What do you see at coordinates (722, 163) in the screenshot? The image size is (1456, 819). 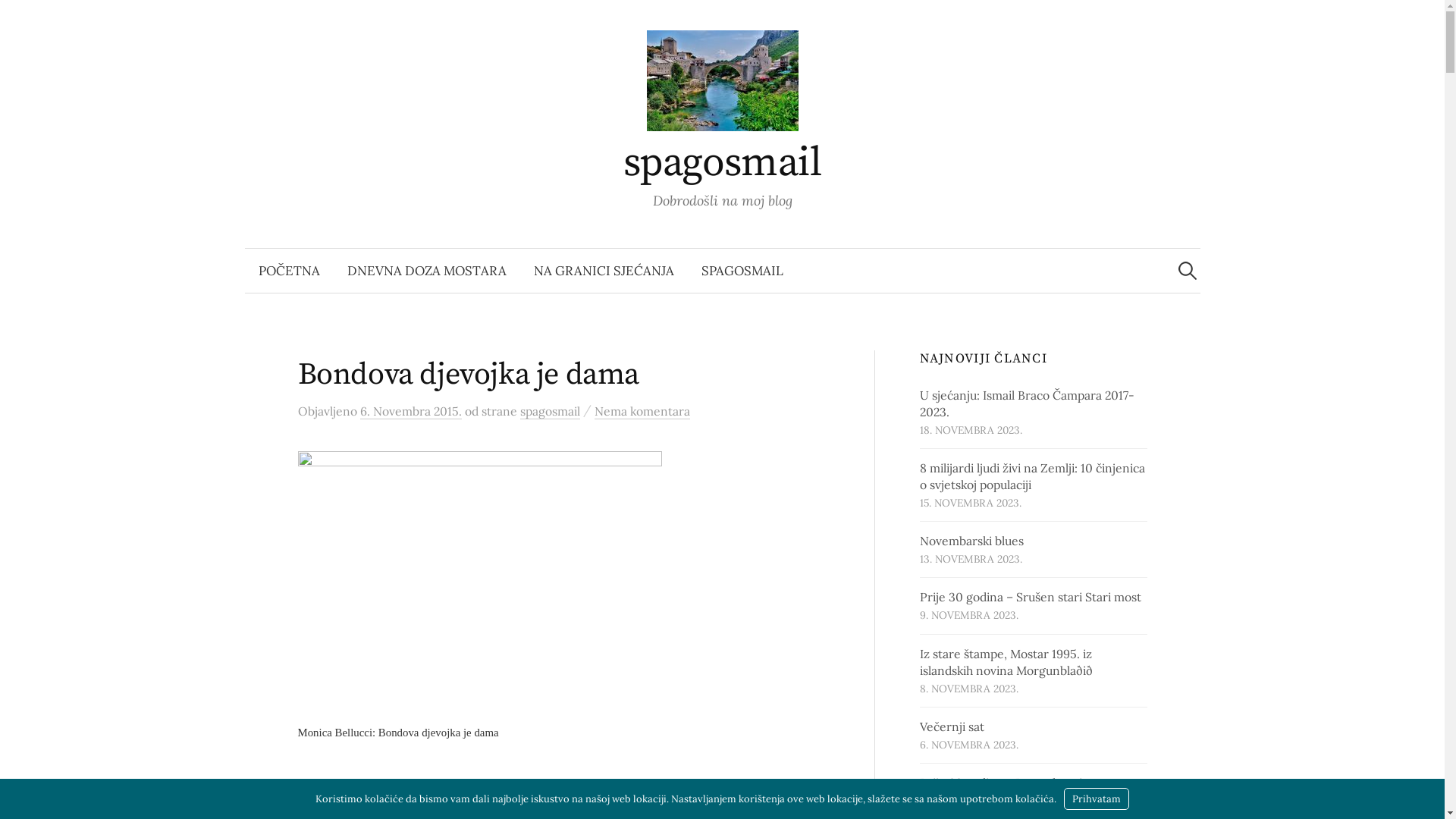 I see `'spagosmail'` at bounding box center [722, 163].